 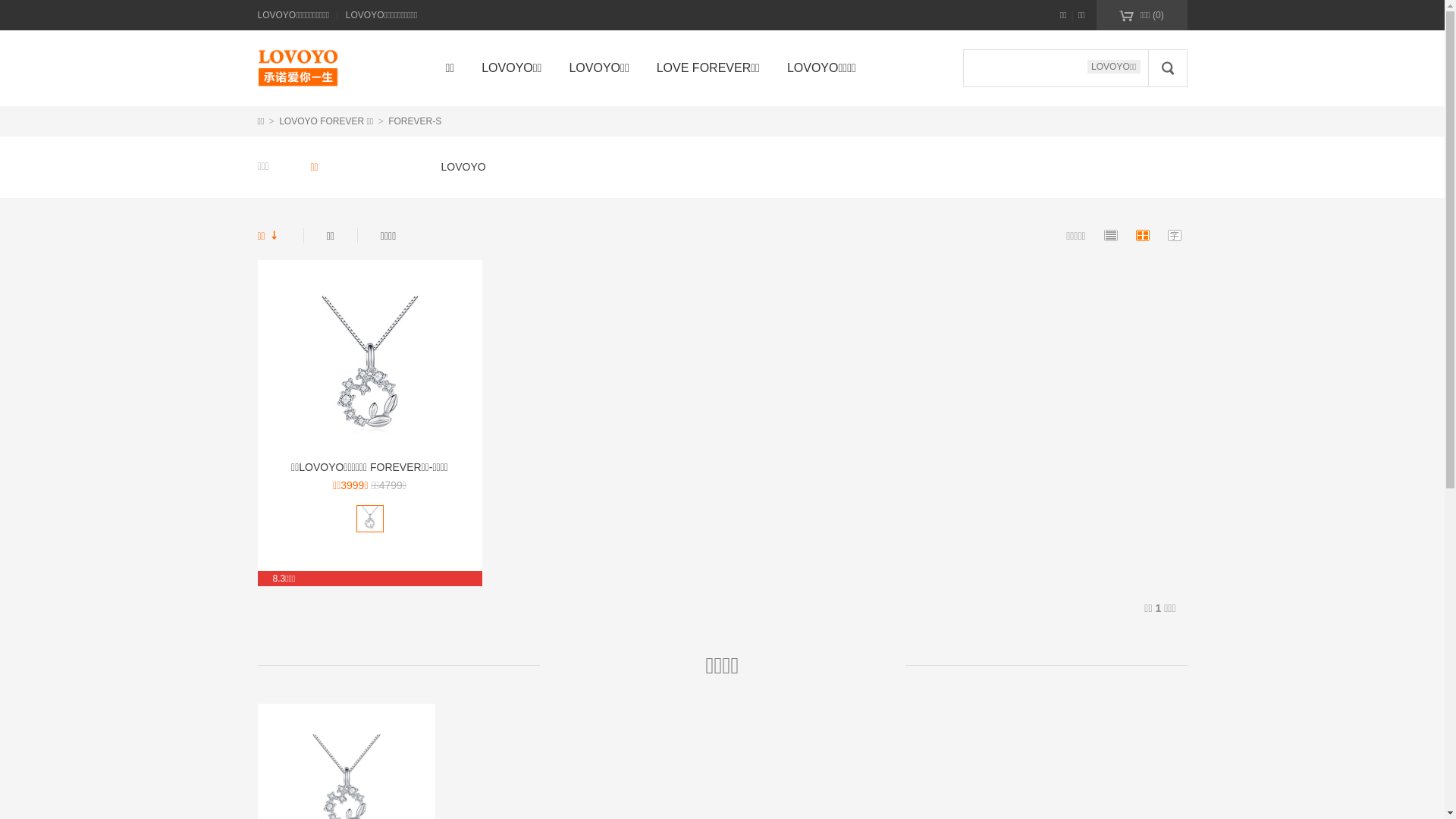 I want to click on 'LOVOYO', so click(x=440, y=166).